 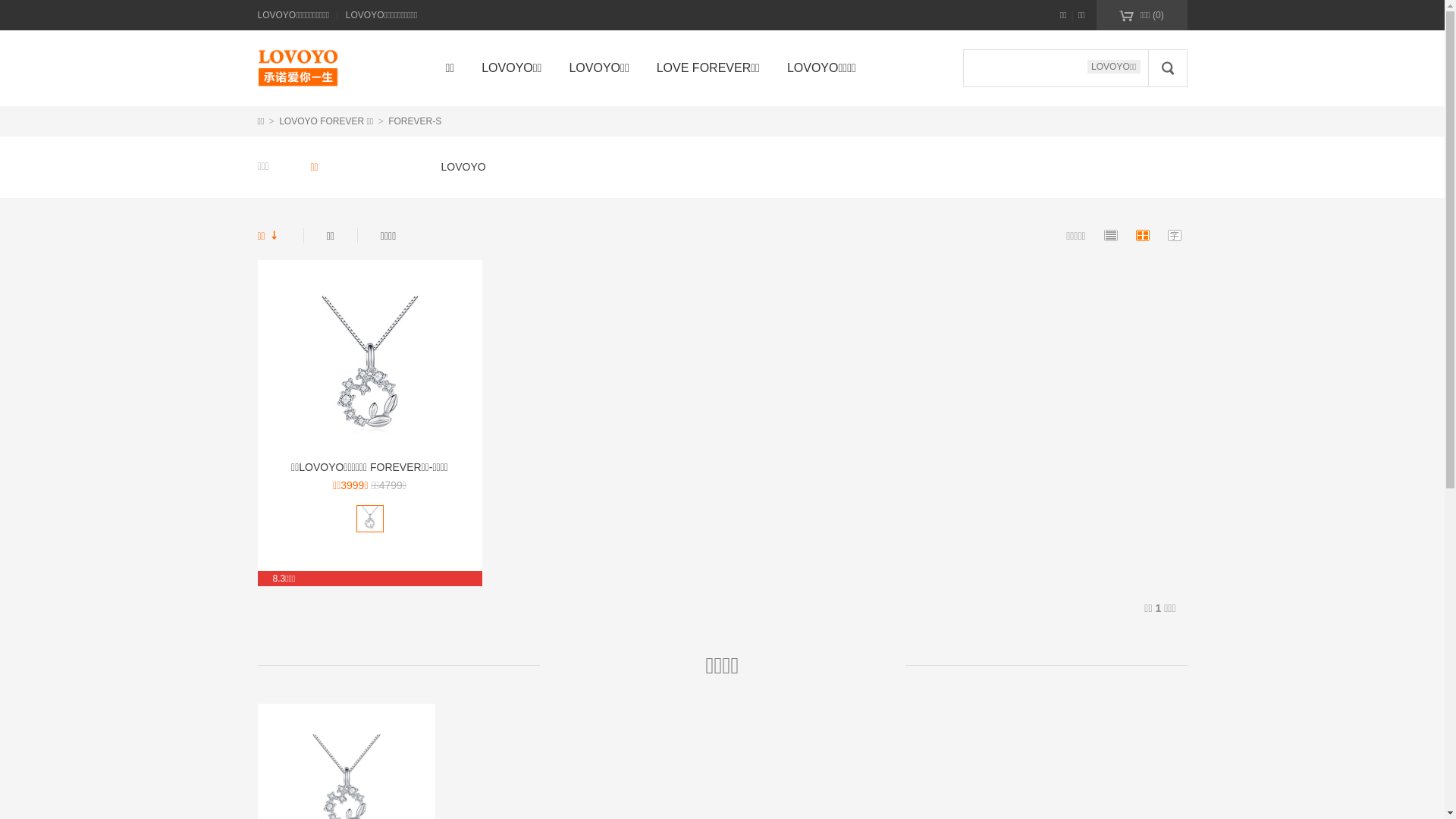 I want to click on 'LOVOYO', so click(x=440, y=166).